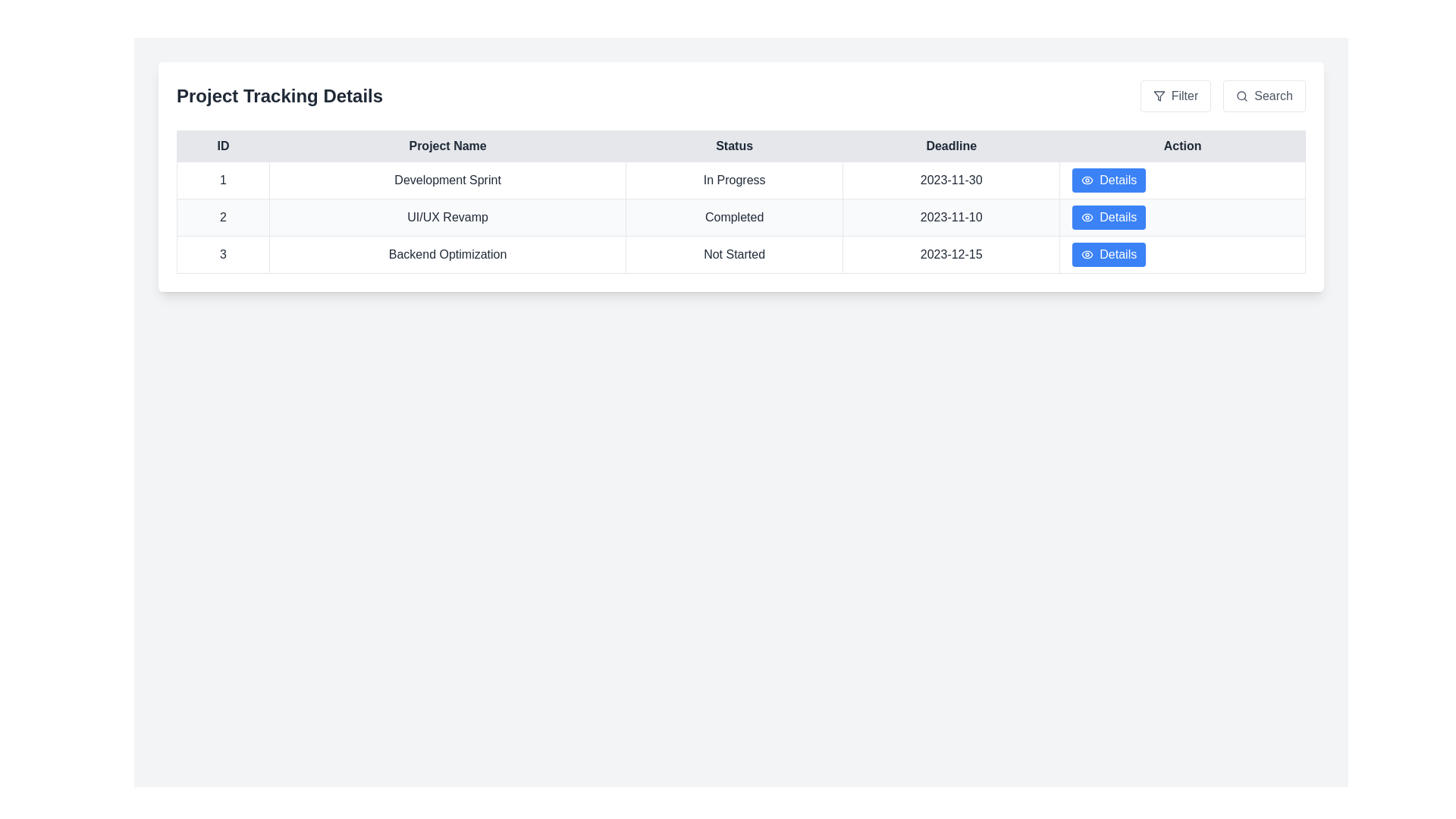 This screenshot has width=1456, height=819. I want to click on the 'Search' button, which is a rectangular button with rounded edges and a light gray background located, so click(1264, 96).